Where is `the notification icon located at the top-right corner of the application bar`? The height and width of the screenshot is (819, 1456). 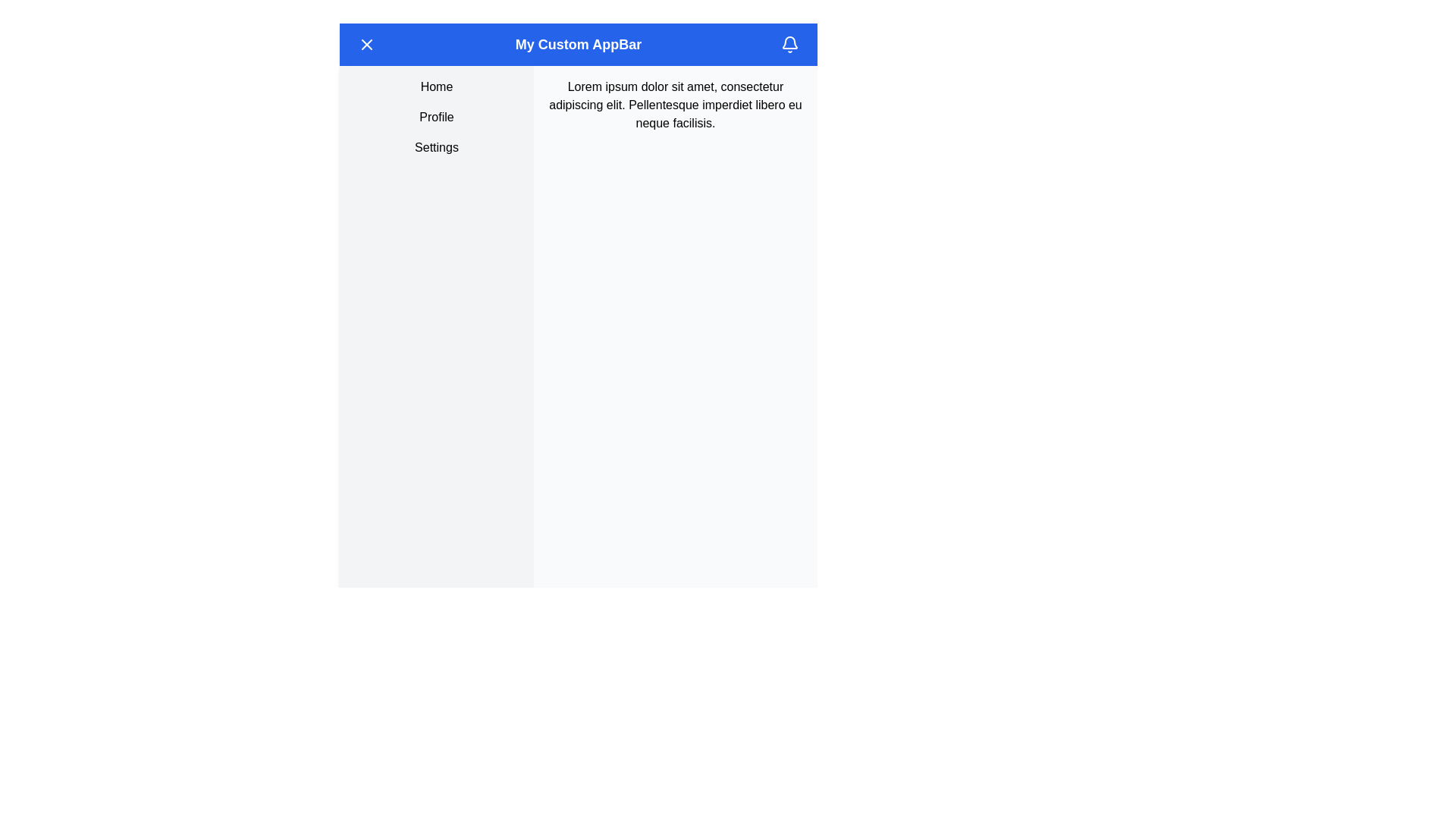
the notification icon located at the top-right corner of the application bar is located at coordinates (789, 43).